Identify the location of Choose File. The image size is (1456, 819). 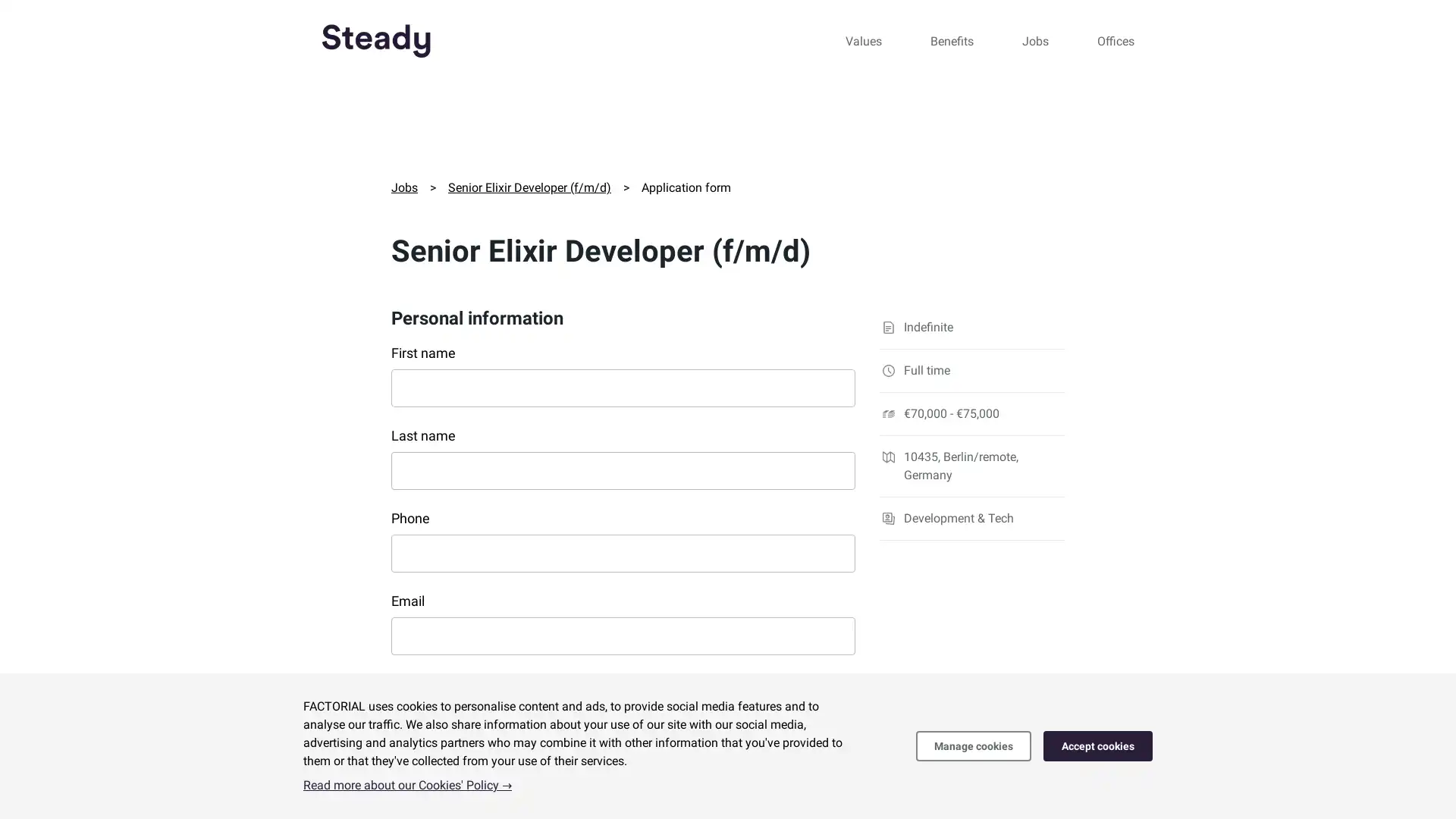
(437, 767).